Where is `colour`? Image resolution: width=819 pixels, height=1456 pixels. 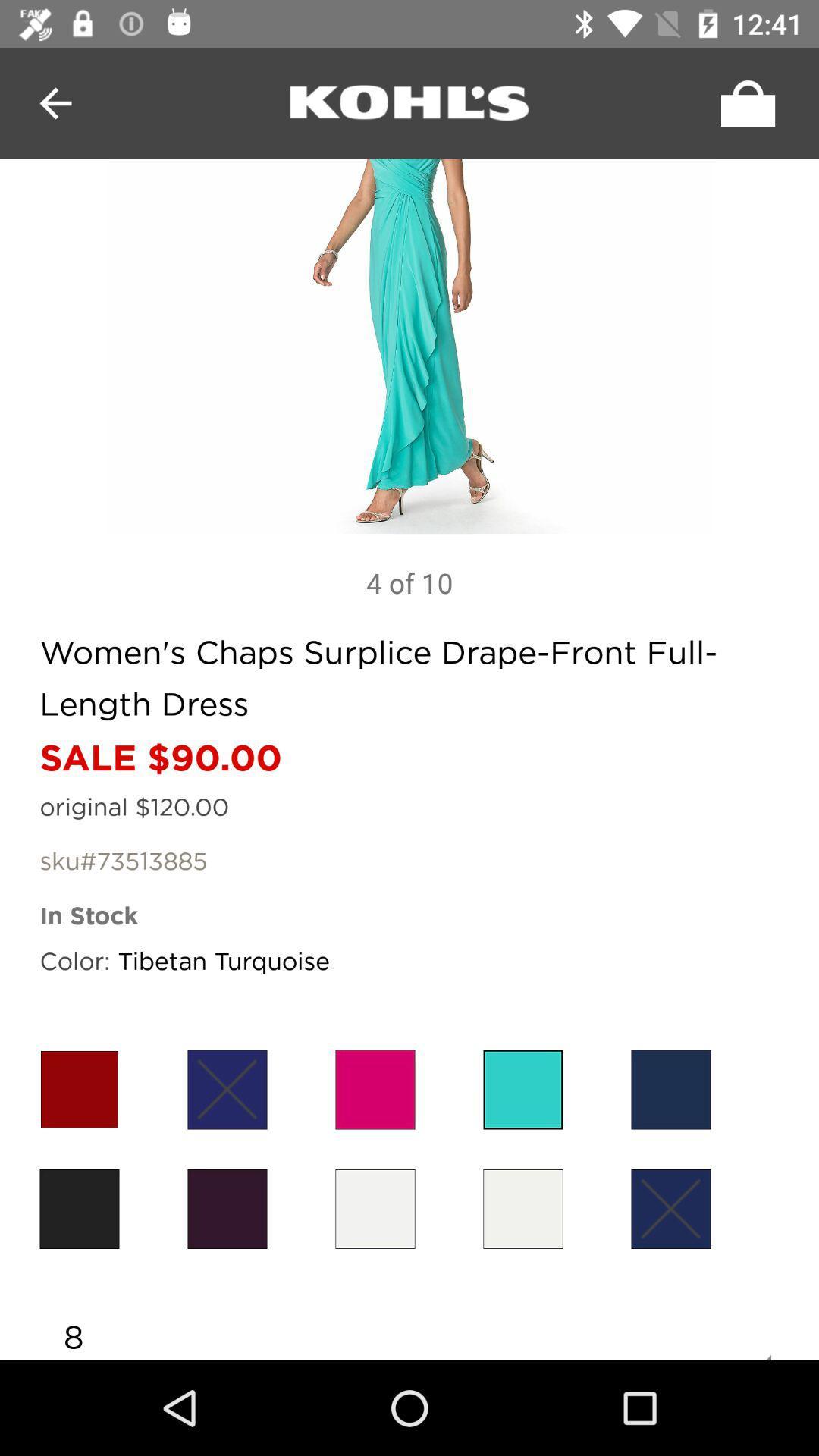 colour is located at coordinates (670, 1088).